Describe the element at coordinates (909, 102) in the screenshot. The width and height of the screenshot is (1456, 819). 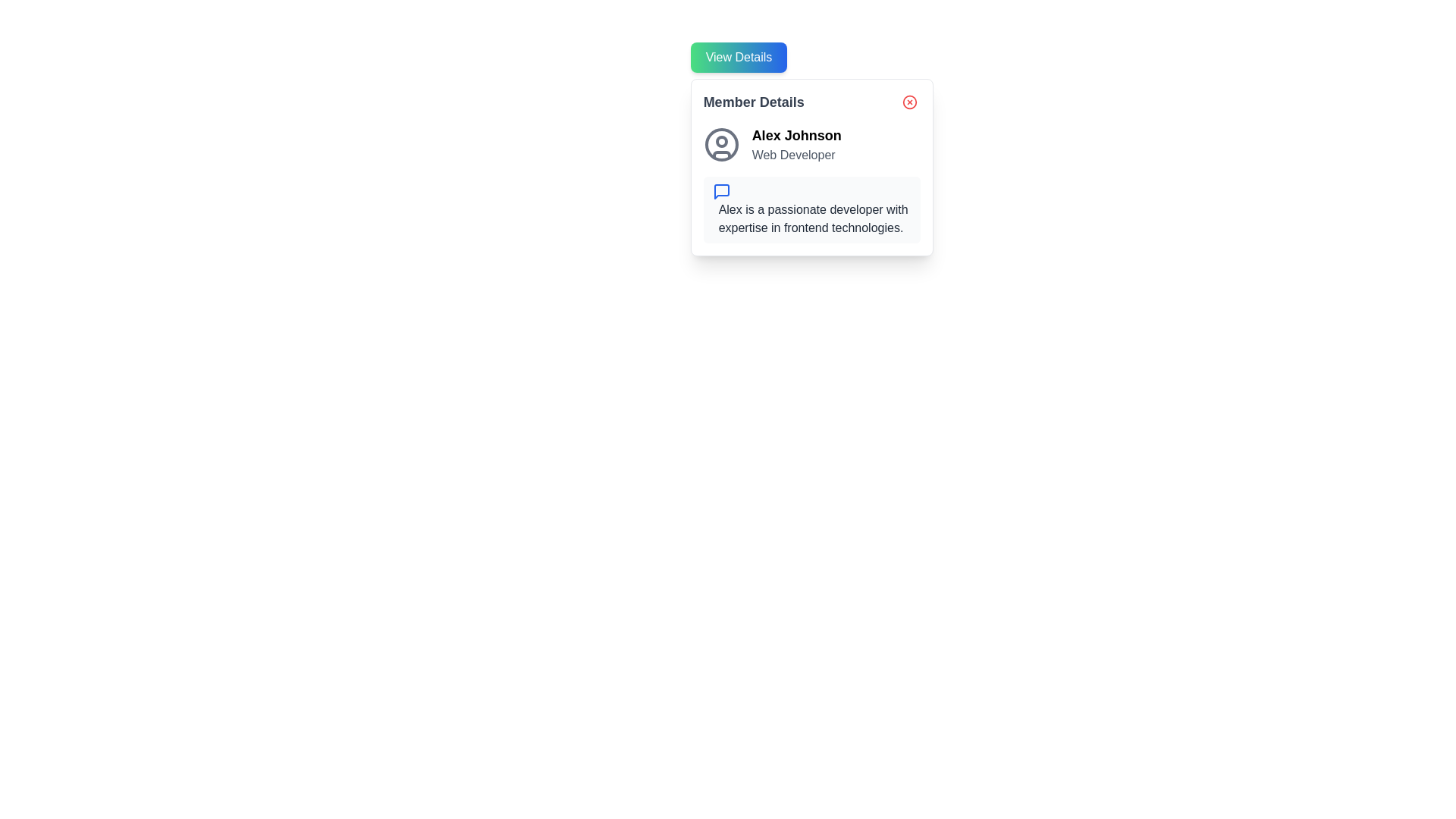
I see `the close button located at the top-right corner of the 'Member Details' section to change its background` at that location.